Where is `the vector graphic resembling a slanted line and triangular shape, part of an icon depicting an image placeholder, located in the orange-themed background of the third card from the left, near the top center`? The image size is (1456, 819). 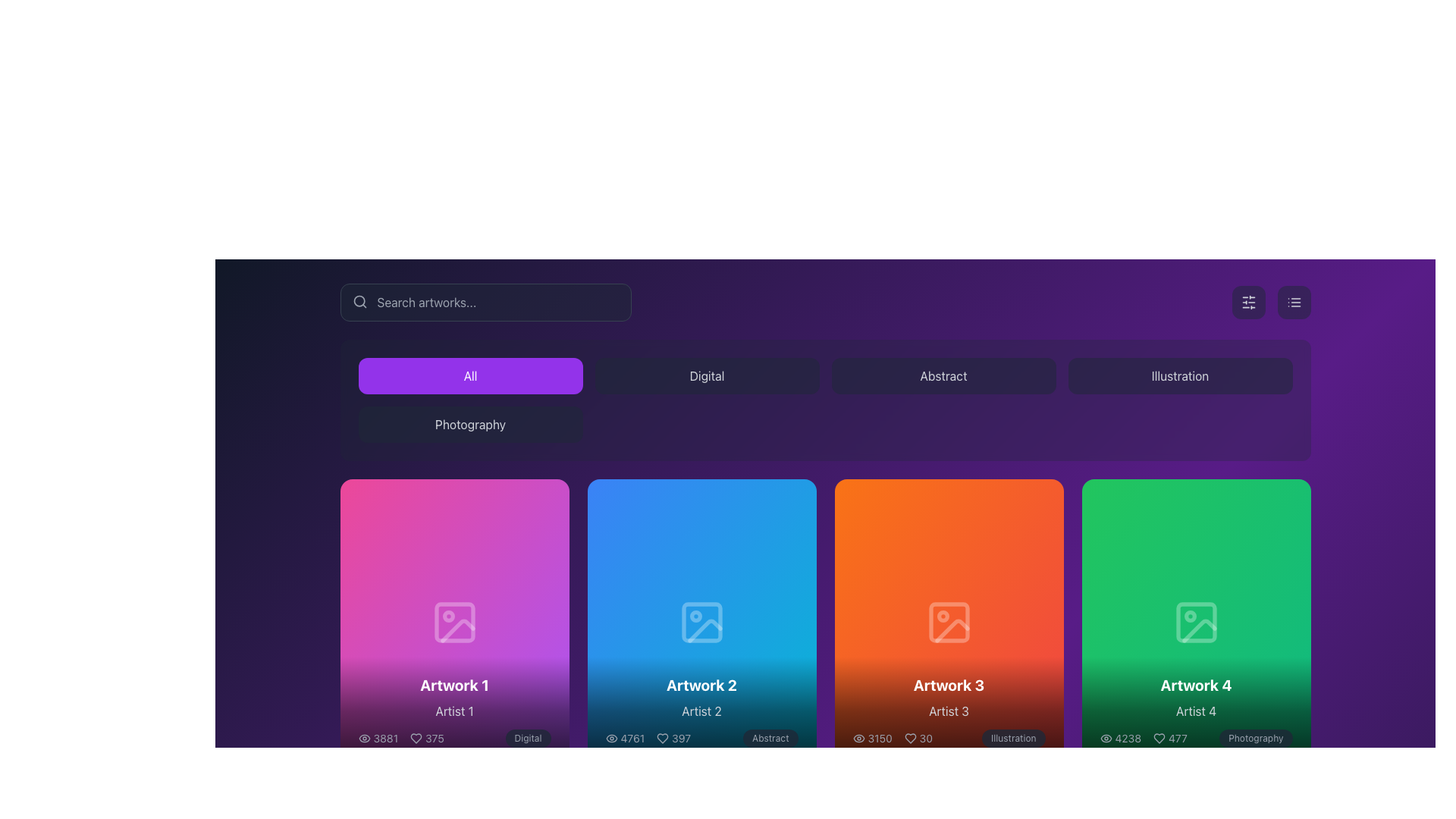
the vector graphic resembling a slanted line and triangular shape, part of an icon depicting an image placeholder, located in the orange-themed background of the third card from the left, near the top center is located at coordinates (951, 630).